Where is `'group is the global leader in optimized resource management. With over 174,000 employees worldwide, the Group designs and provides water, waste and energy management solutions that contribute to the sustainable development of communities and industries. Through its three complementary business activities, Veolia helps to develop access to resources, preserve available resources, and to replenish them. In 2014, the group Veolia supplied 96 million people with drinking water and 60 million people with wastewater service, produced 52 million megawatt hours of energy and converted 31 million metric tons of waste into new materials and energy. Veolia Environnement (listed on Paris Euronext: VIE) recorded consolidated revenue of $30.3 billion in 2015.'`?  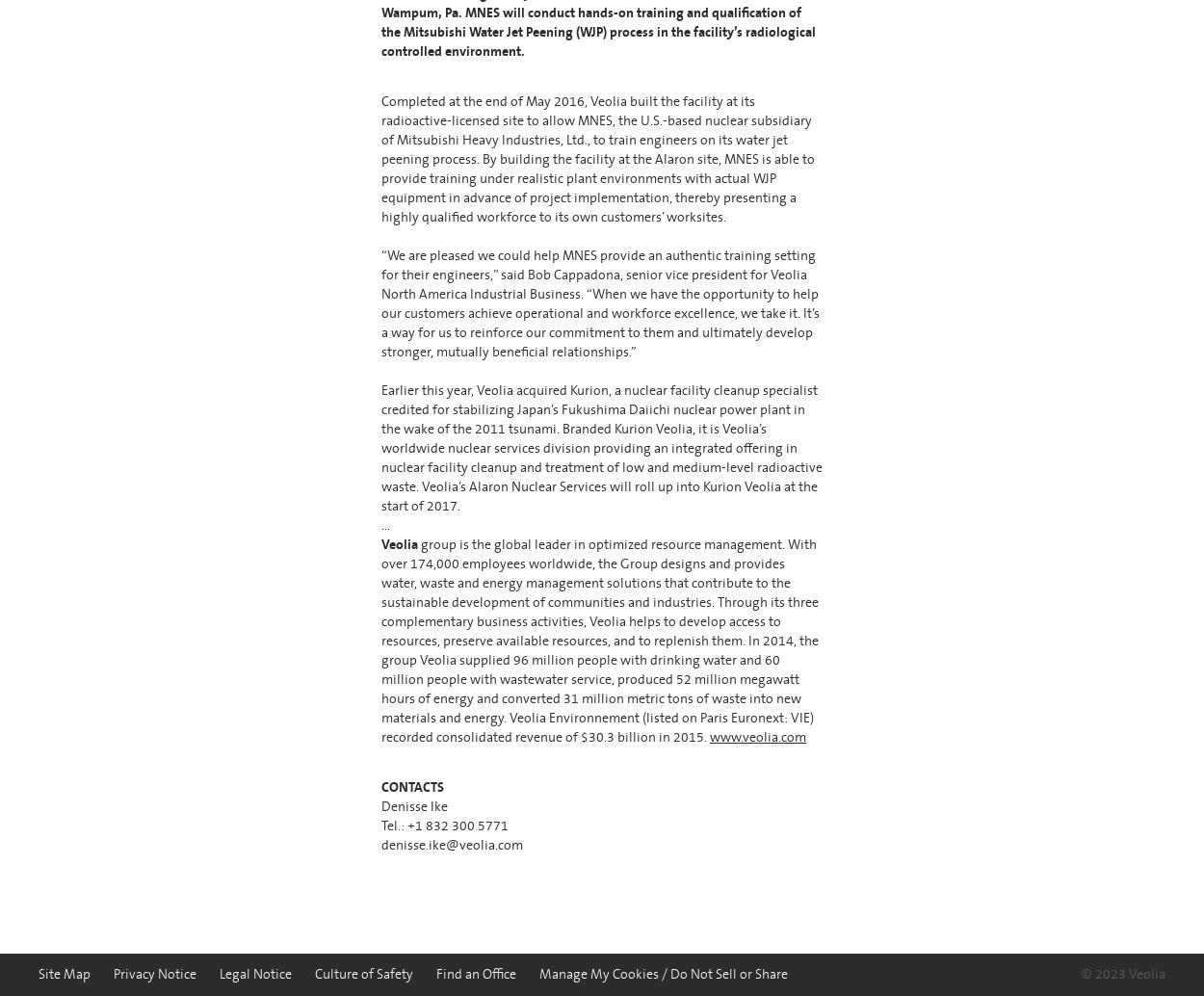 'group is the global leader in optimized resource management. With over 174,000 employees worldwide, the Group designs and provides water, waste and energy management solutions that contribute to the sustainable development of communities and industries. Through its three complementary business activities, Veolia helps to develop access to resources, preserve available resources, and to replenish them. In 2014, the group Veolia supplied 96 million people with drinking water and 60 million people with wastewater service, produced 52 million megawatt hours of energy and converted 31 million metric tons of waste into new materials and energy. Veolia Environnement (listed on Paris Euronext: VIE) recorded consolidated revenue of $30.3 billion in 2015.' is located at coordinates (599, 641).